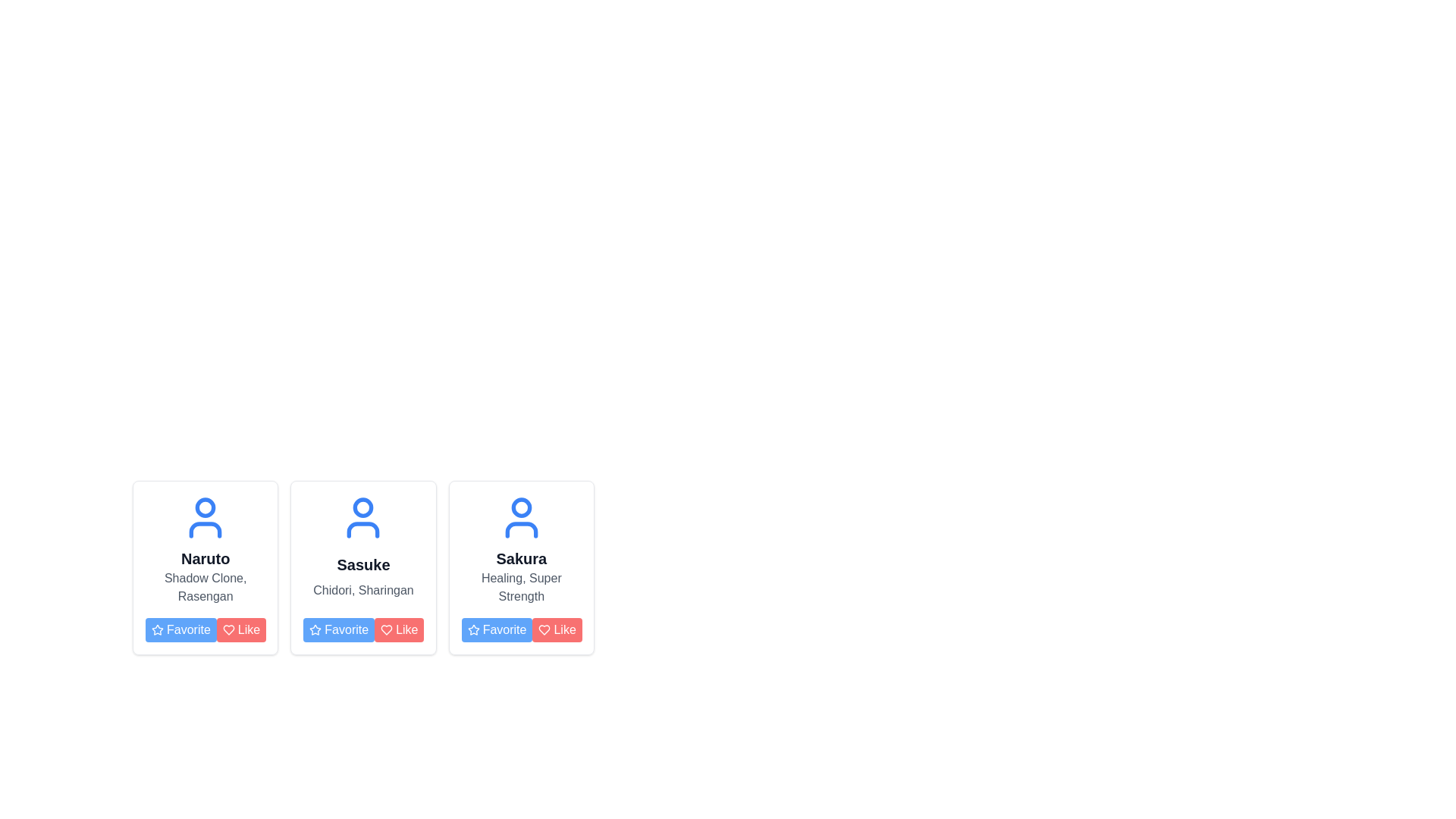  What do you see at coordinates (205, 629) in the screenshot?
I see `the 'Favorite' button, which is a rectangular button with a blue background and white text, located at the bottom of the 'Naruto' card` at bounding box center [205, 629].